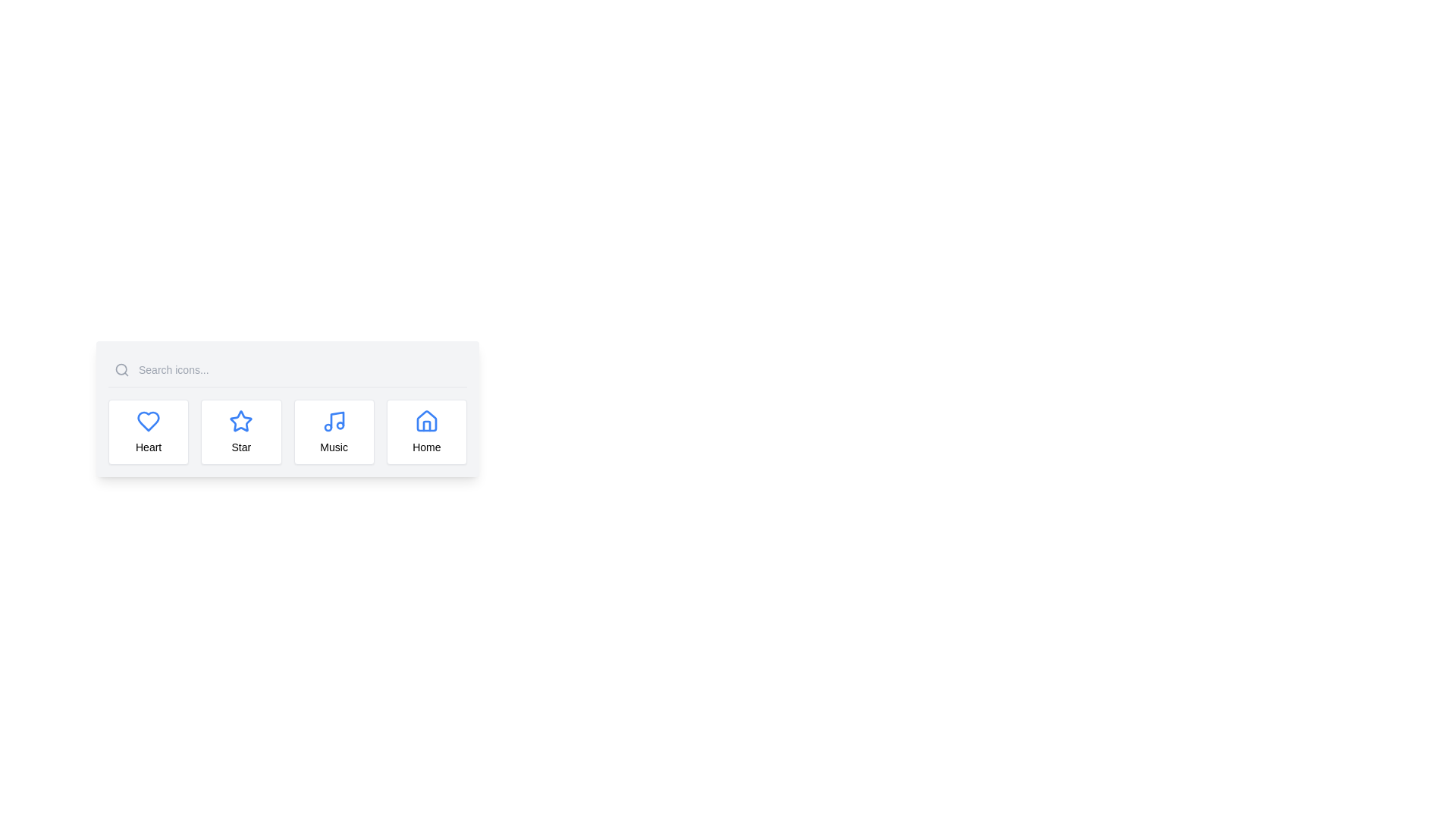 The image size is (1456, 819). I want to click on the 'Music' text label located at the bottom of the card beneath the music icon, so click(333, 447).